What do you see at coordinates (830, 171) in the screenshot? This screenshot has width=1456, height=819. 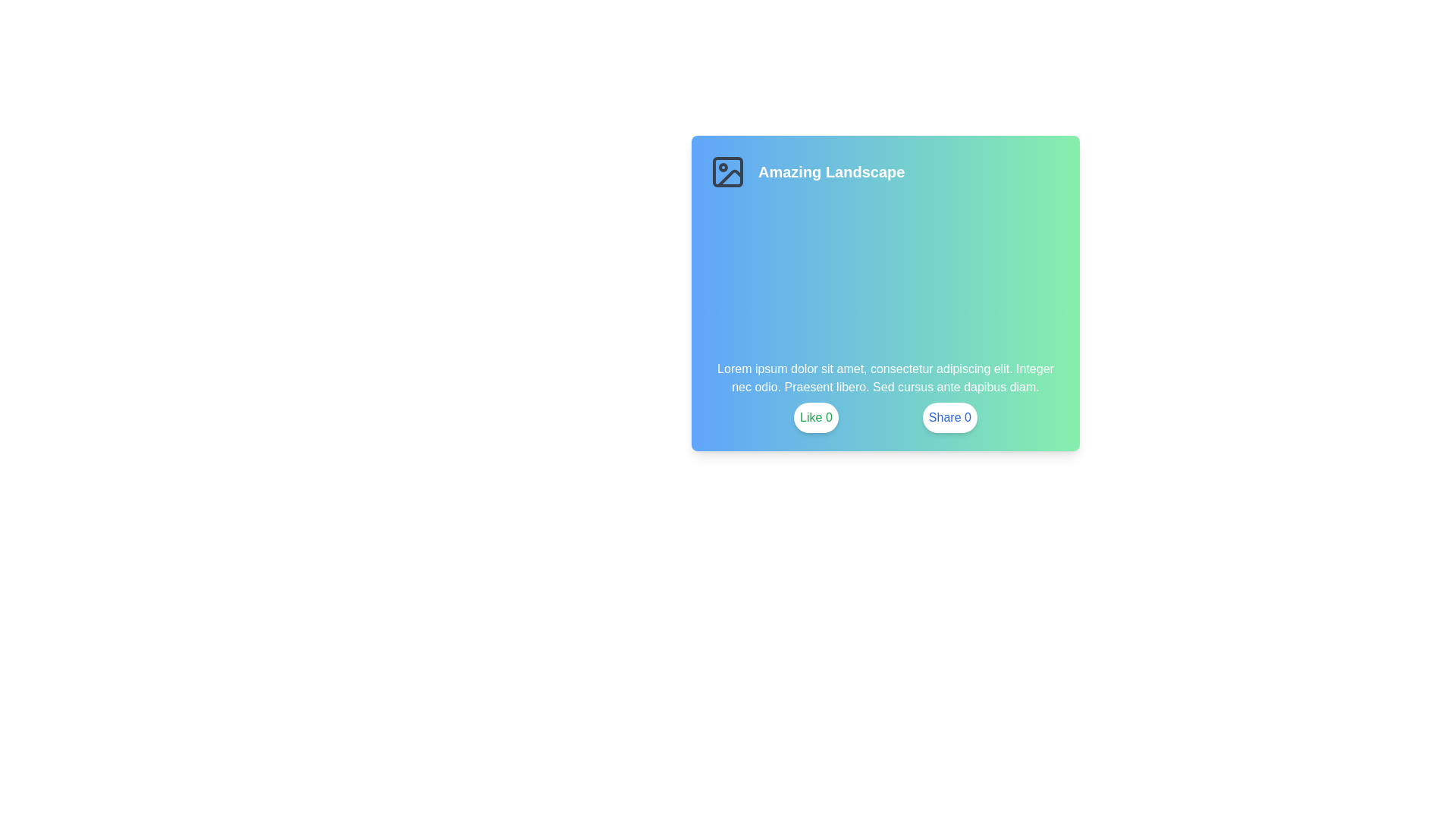 I see `the Text Label displaying 'Amazing Landscape' which is styled in bold white font and positioned prominently near the top center-left of a card-like component` at bounding box center [830, 171].